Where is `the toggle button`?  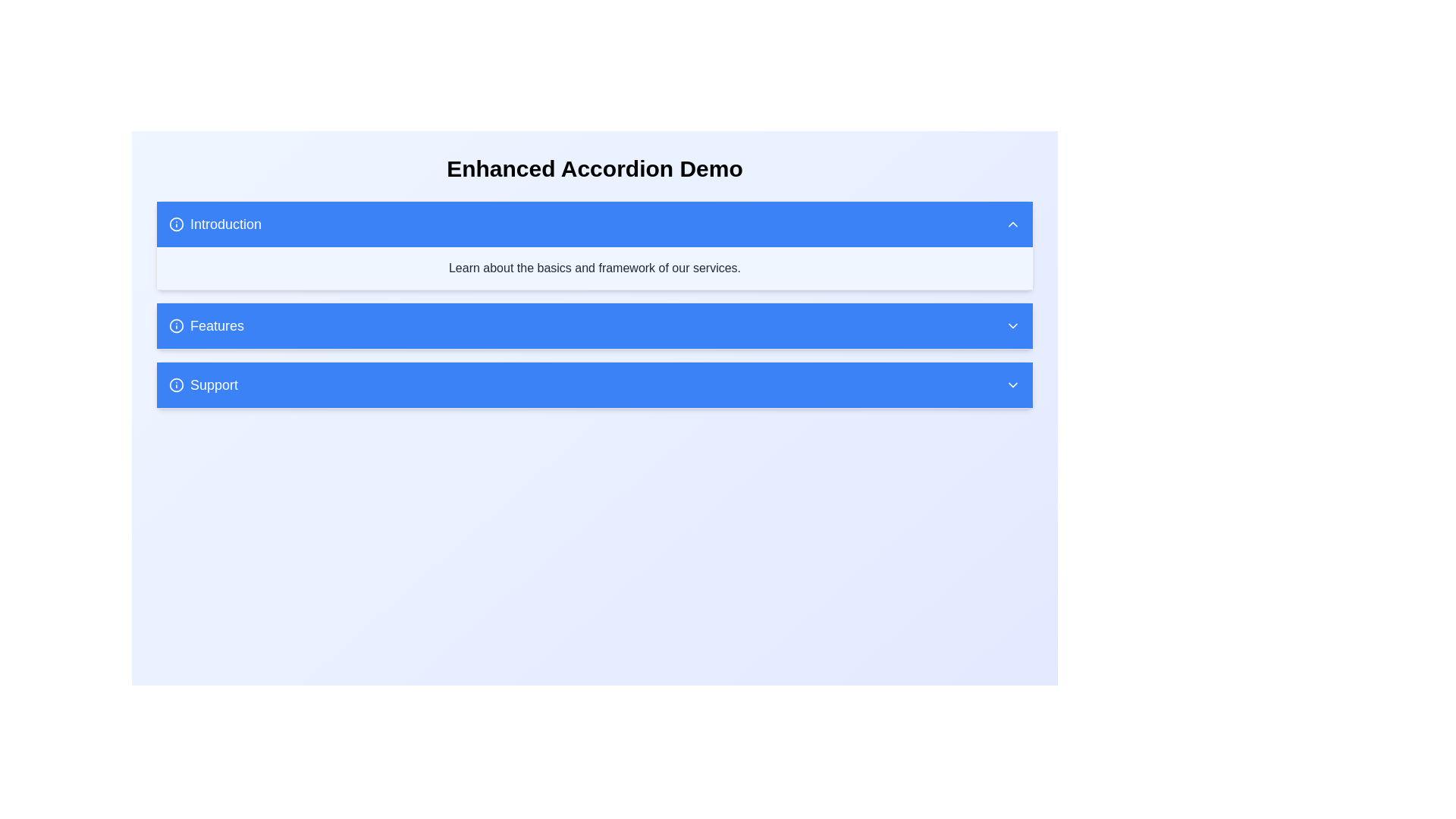 the toggle button is located at coordinates (214, 224).